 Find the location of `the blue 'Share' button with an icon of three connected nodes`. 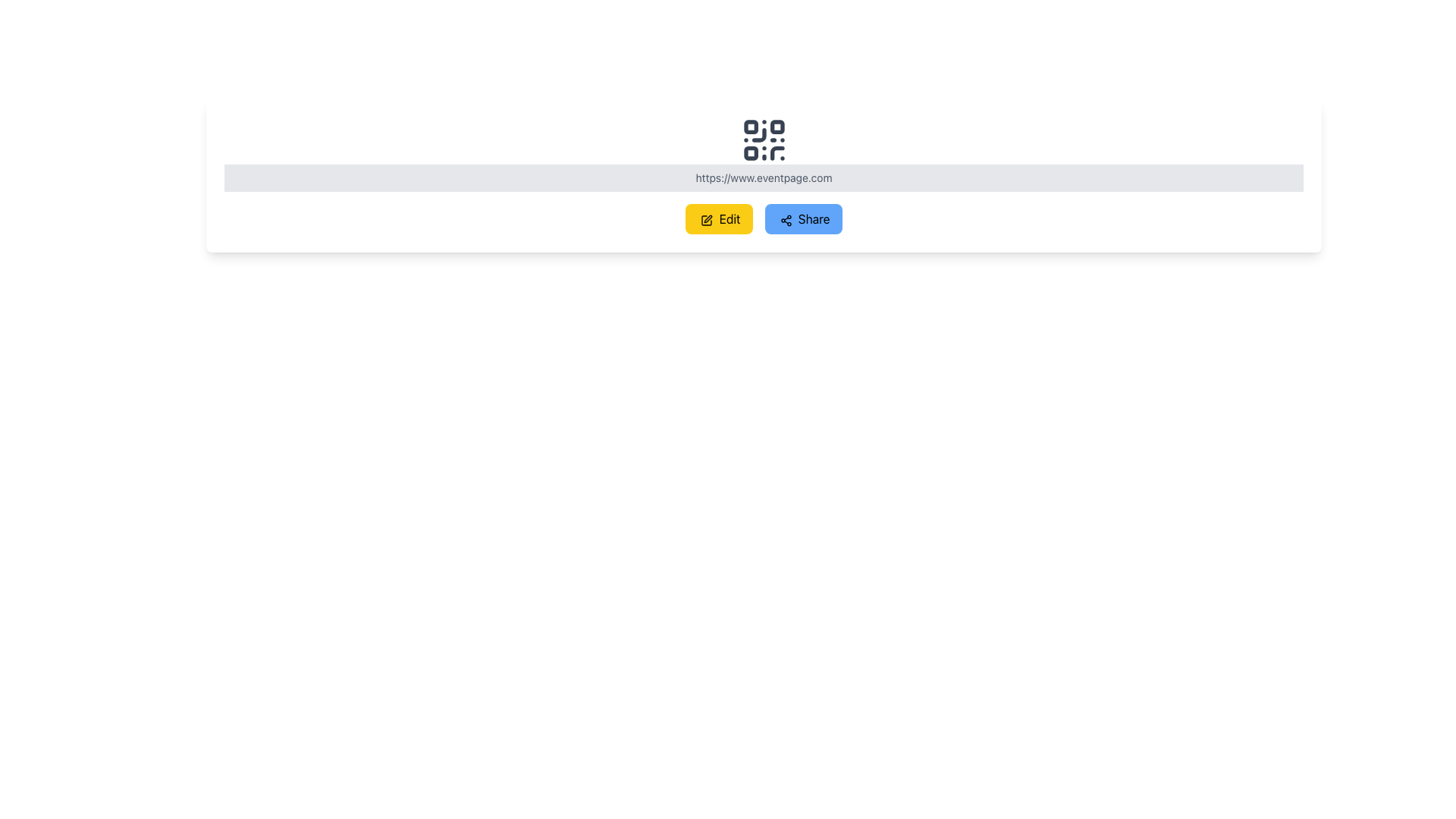

the blue 'Share' button with an icon of three connected nodes is located at coordinates (802, 219).